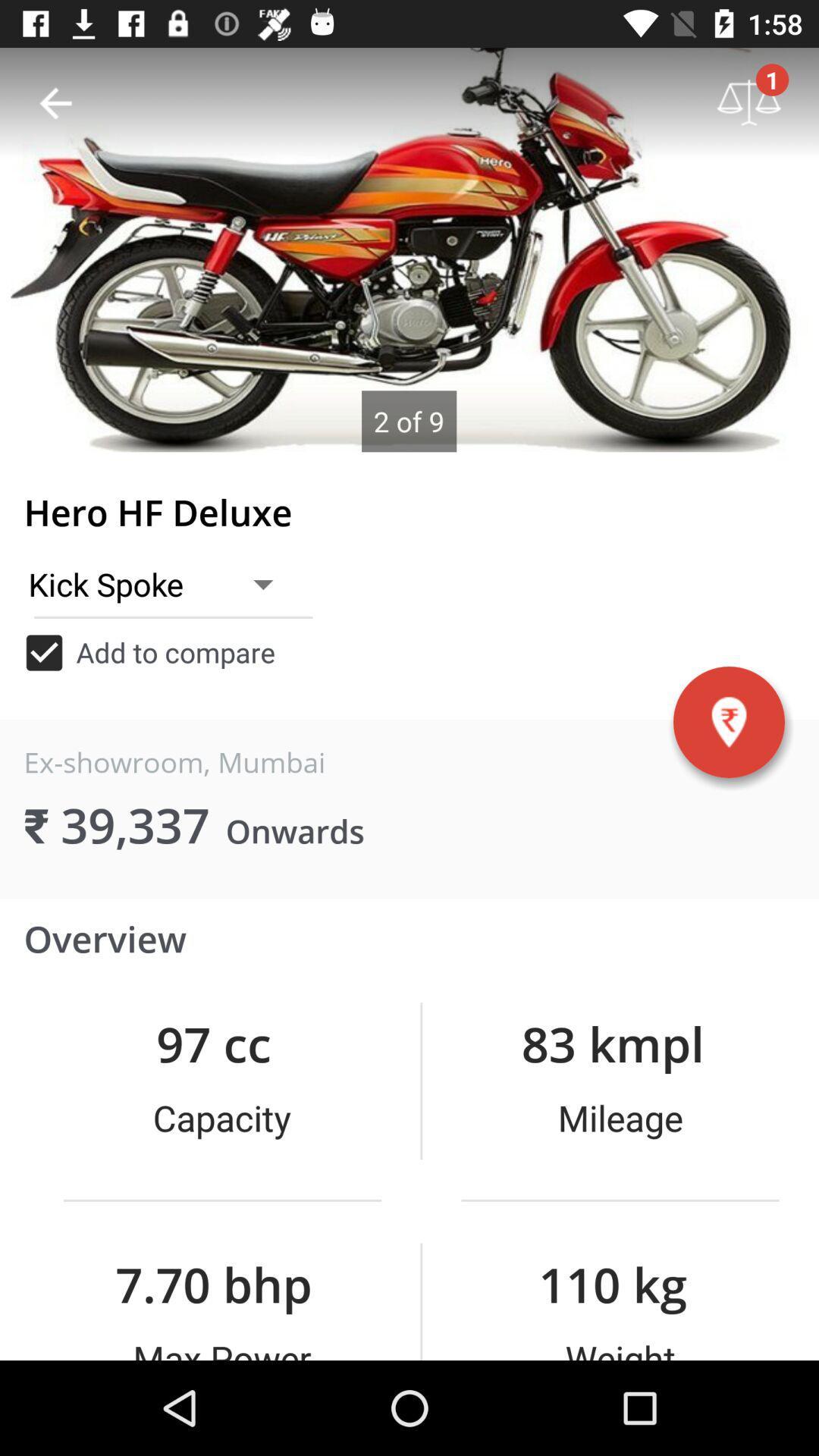 Image resolution: width=819 pixels, height=1456 pixels. What do you see at coordinates (409, 249) in the screenshot?
I see `item above hero hf deluxe icon` at bounding box center [409, 249].